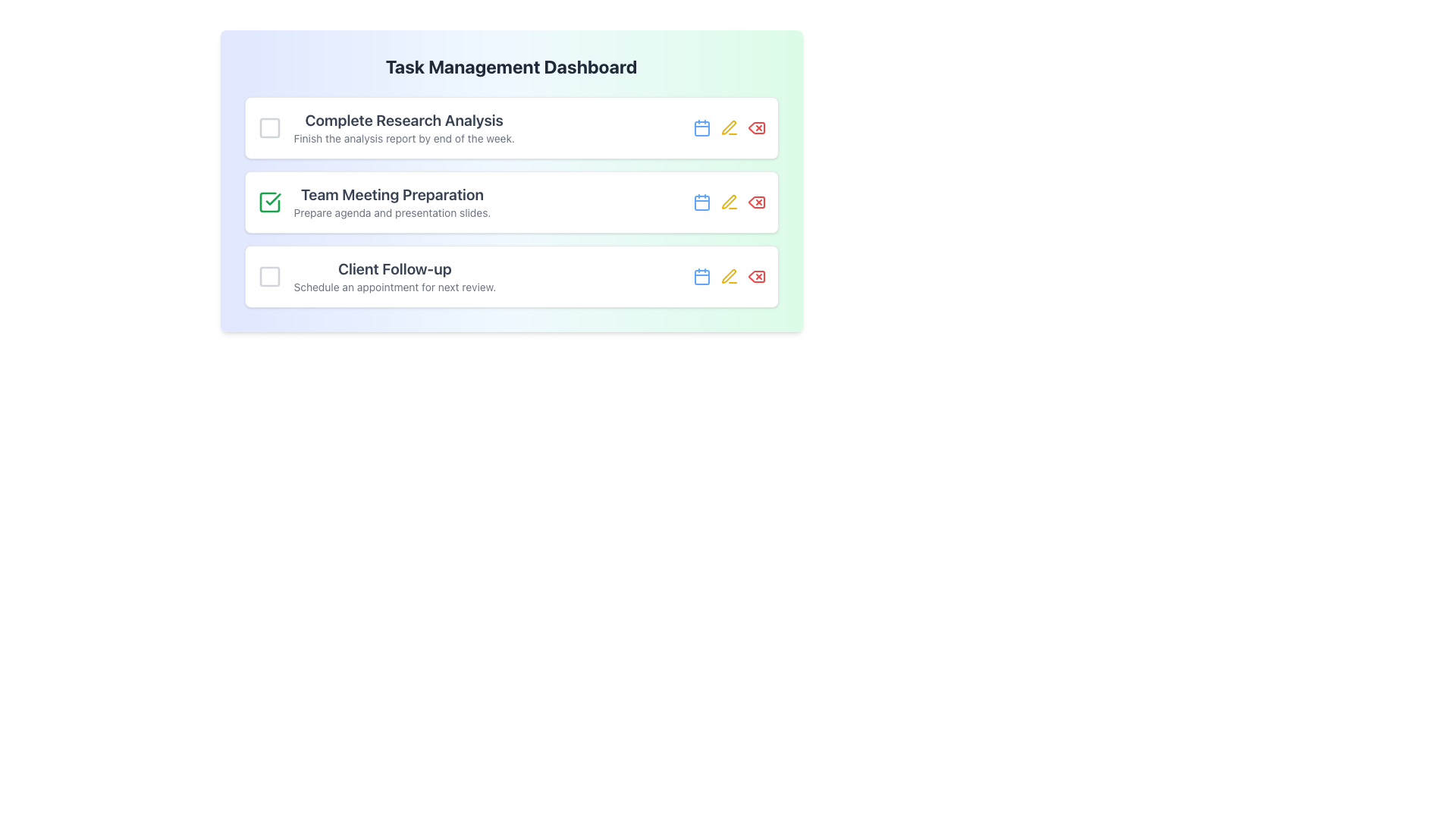 The image size is (1456, 819). Describe the element at coordinates (394, 277) in the screenshot. I see `the text label displaying 'Client Follow-up' and 'Schedule an appointment for next review.' in the task management dashboard for additional context` at that location.